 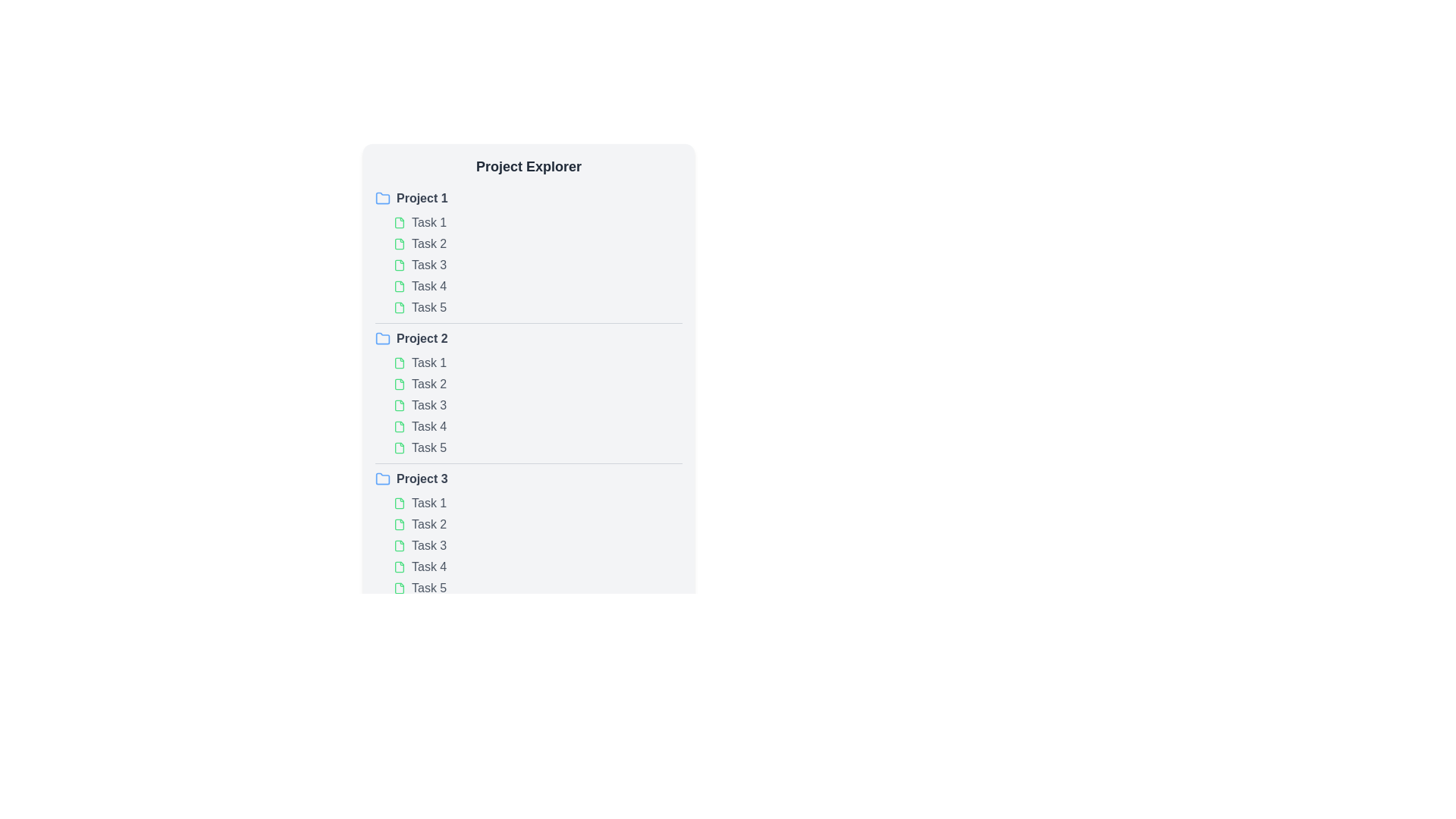 I want to click on the light green file icon representing 'Task 3' in the project explorer, which is part of the third project section, so click(x=400, y=546).